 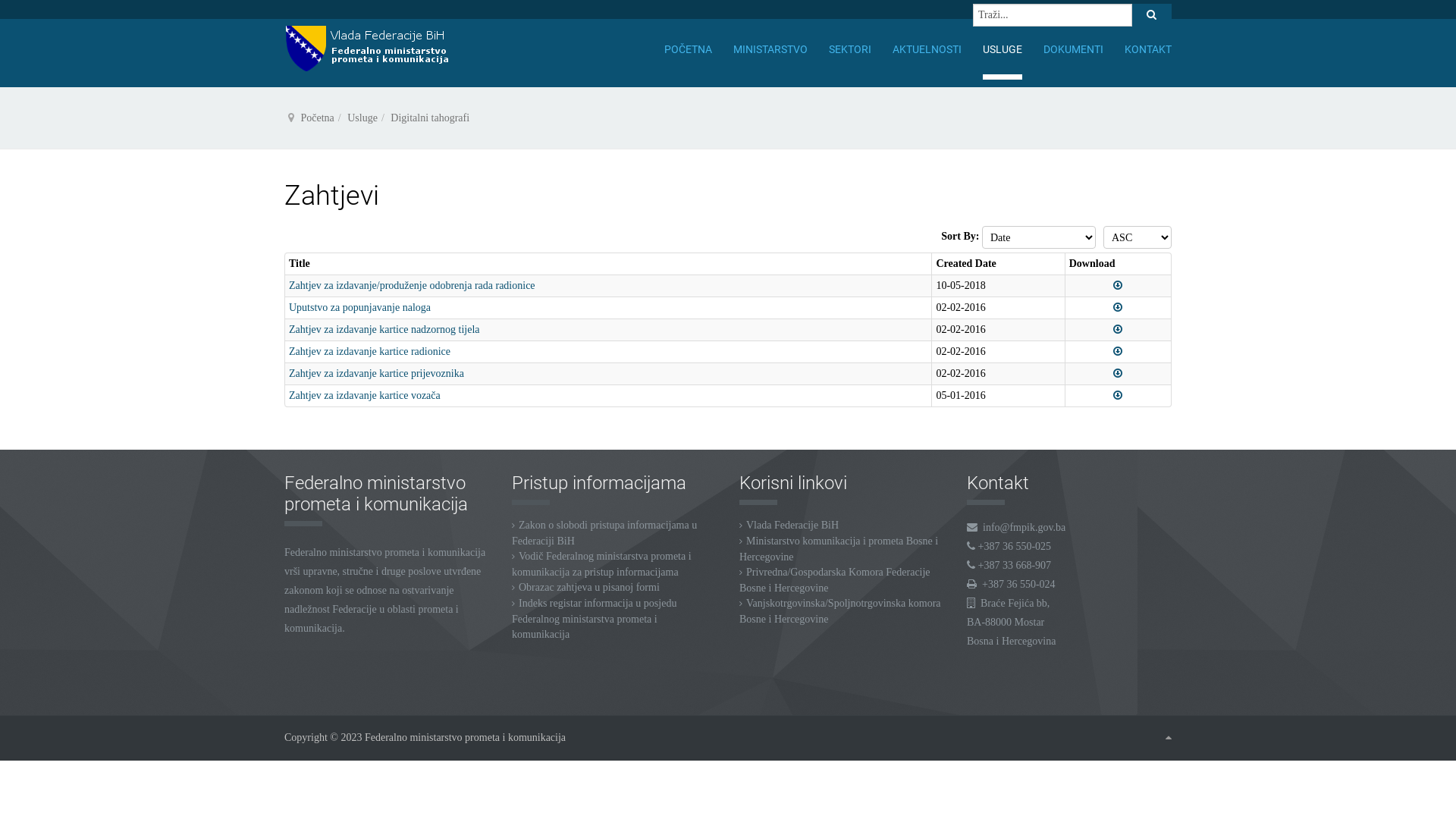 I want to click on 'Vi ste ovdje: ', so click(x=287, y=116).